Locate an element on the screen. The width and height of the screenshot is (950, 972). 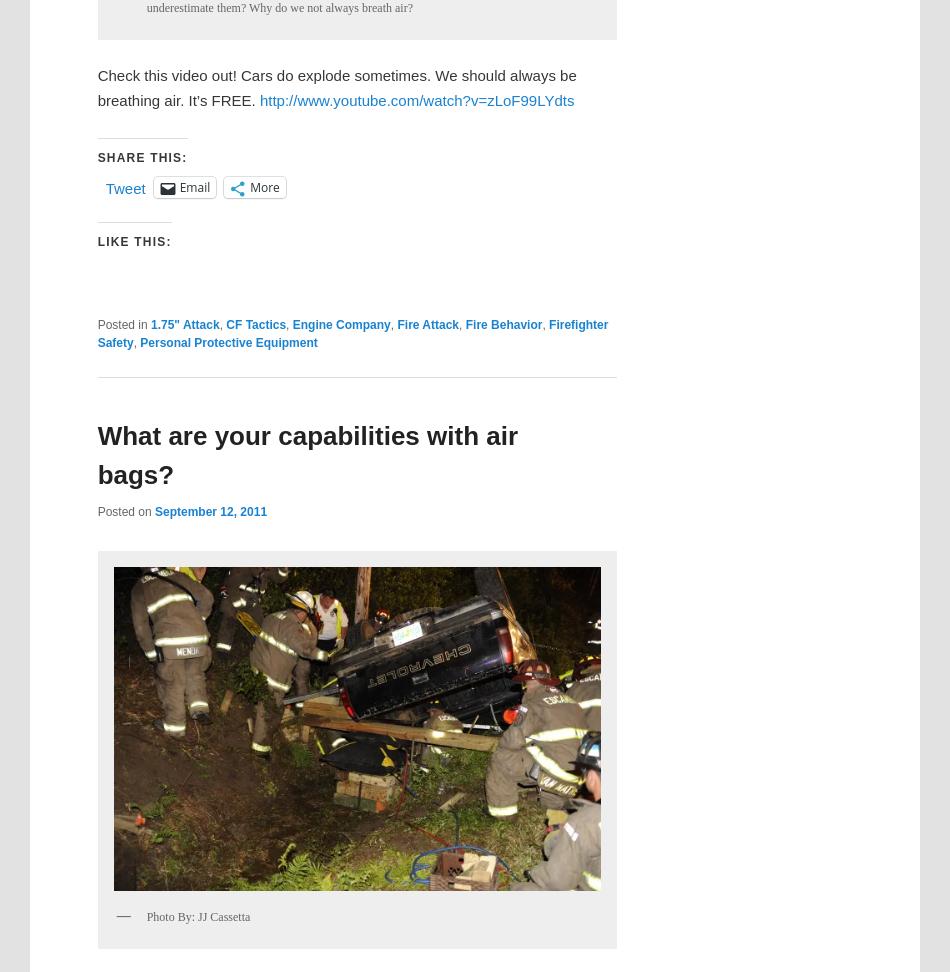
'Share this:' is located at coordinates (142, 156).